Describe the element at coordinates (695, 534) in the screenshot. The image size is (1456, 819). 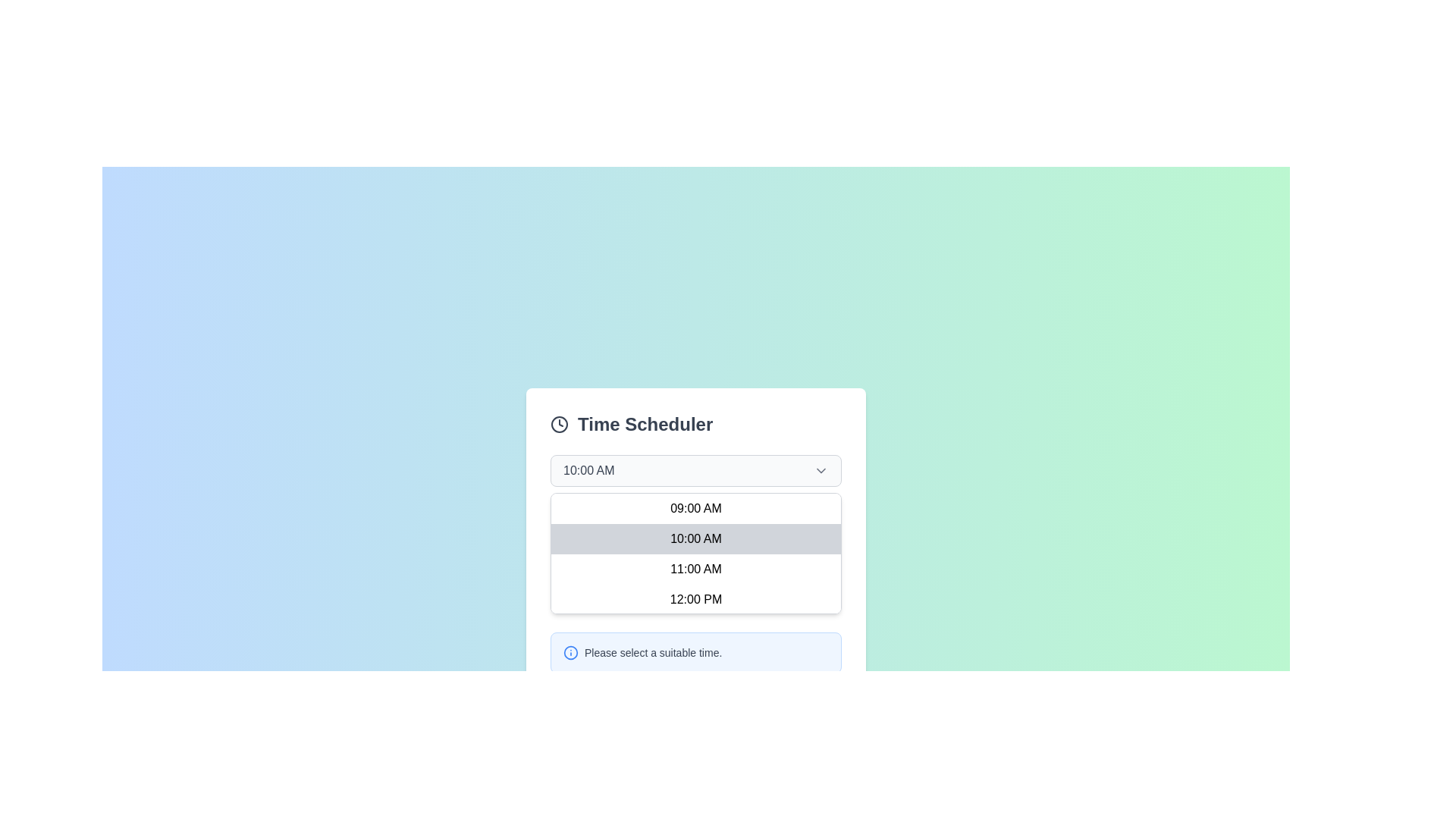
I see `the time slot displaying '10:00 AM' in the dropdown menu` at that location.